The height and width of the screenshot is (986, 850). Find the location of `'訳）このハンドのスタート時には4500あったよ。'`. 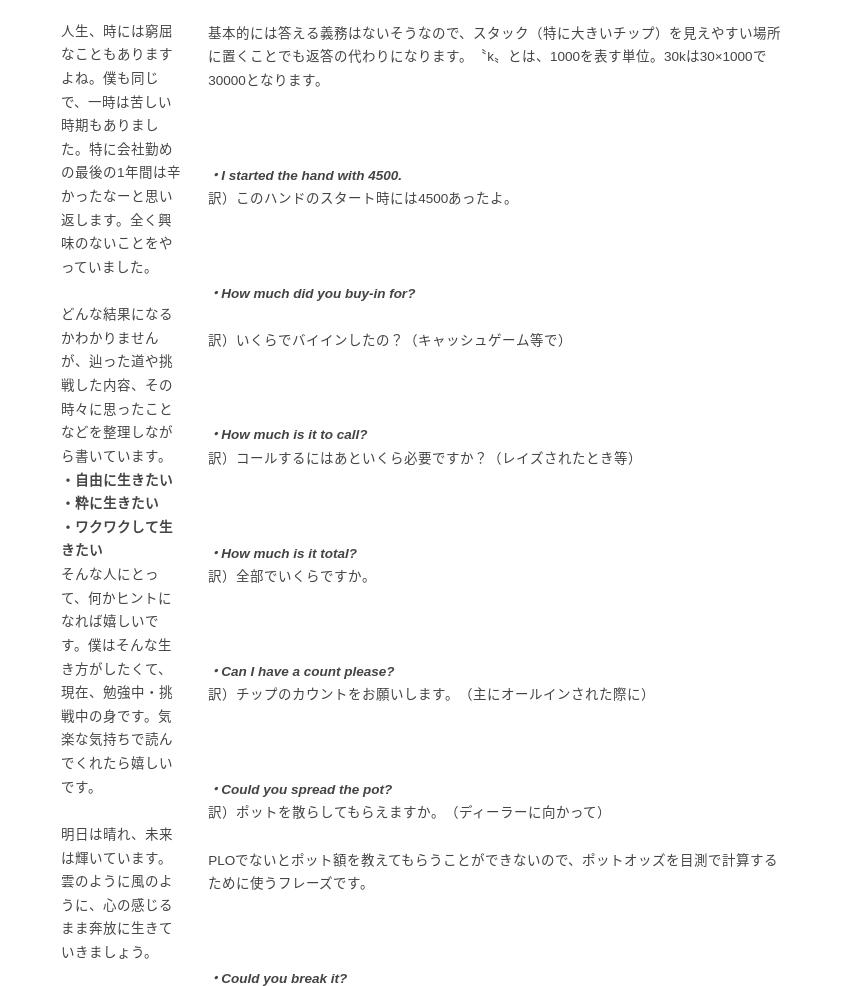

'訳）このハンドのスタート時には4500あったよ。' is located at coordinates (206, 197).